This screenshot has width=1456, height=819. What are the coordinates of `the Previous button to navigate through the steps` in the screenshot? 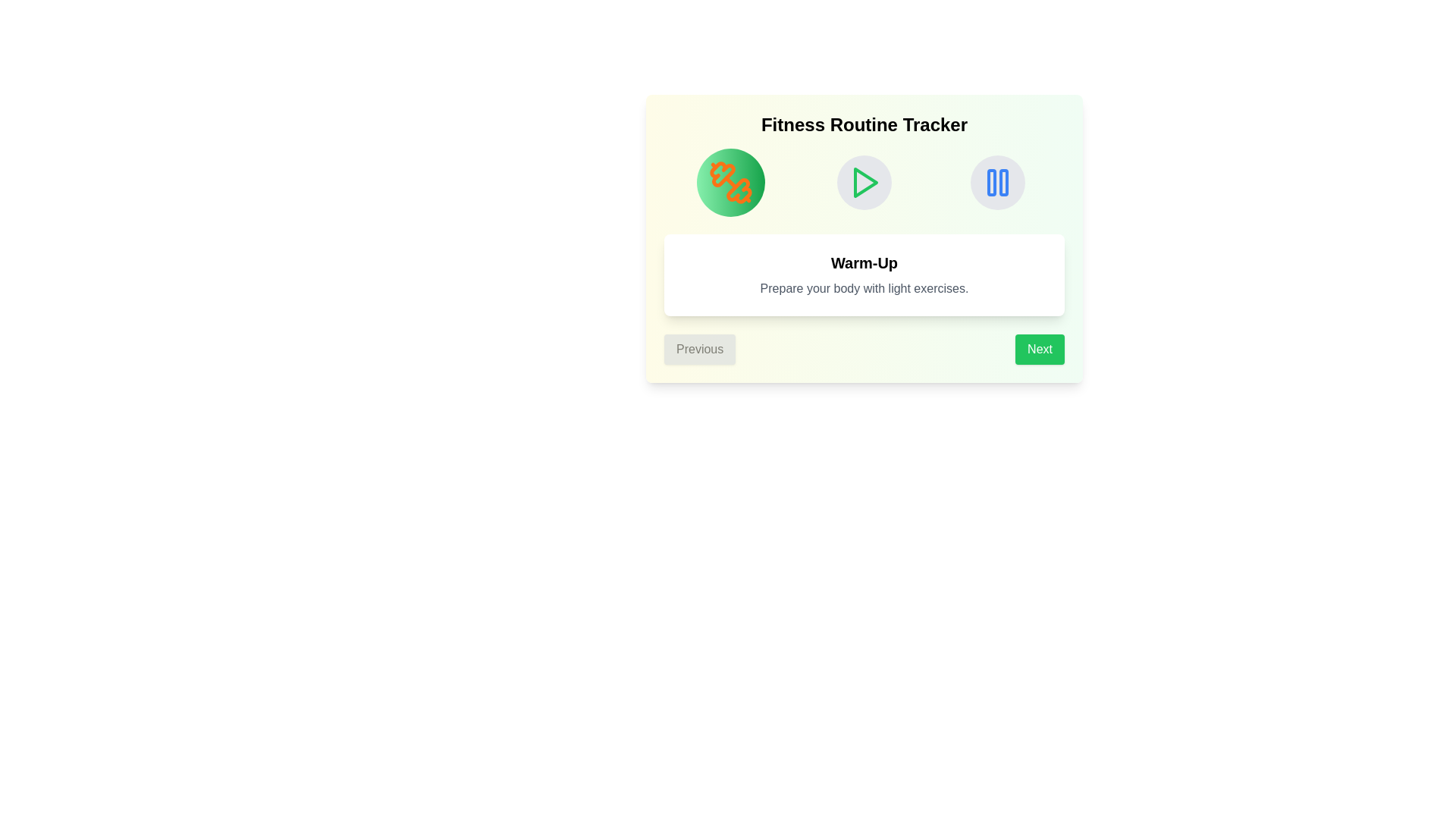 It's located at (699, 350).